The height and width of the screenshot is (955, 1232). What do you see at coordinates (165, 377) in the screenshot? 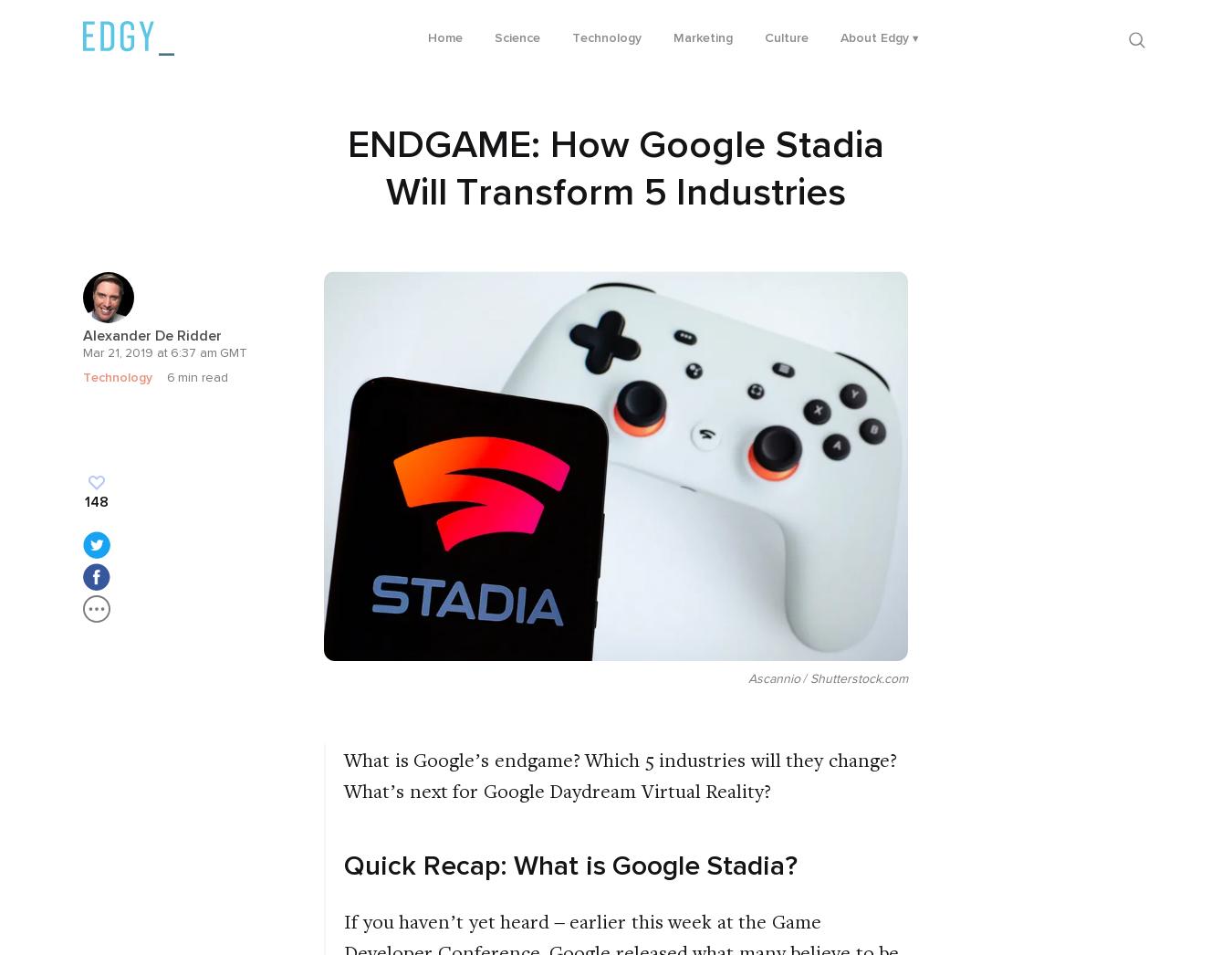
I see `'6 min read'` at bounding box center [165, 377].